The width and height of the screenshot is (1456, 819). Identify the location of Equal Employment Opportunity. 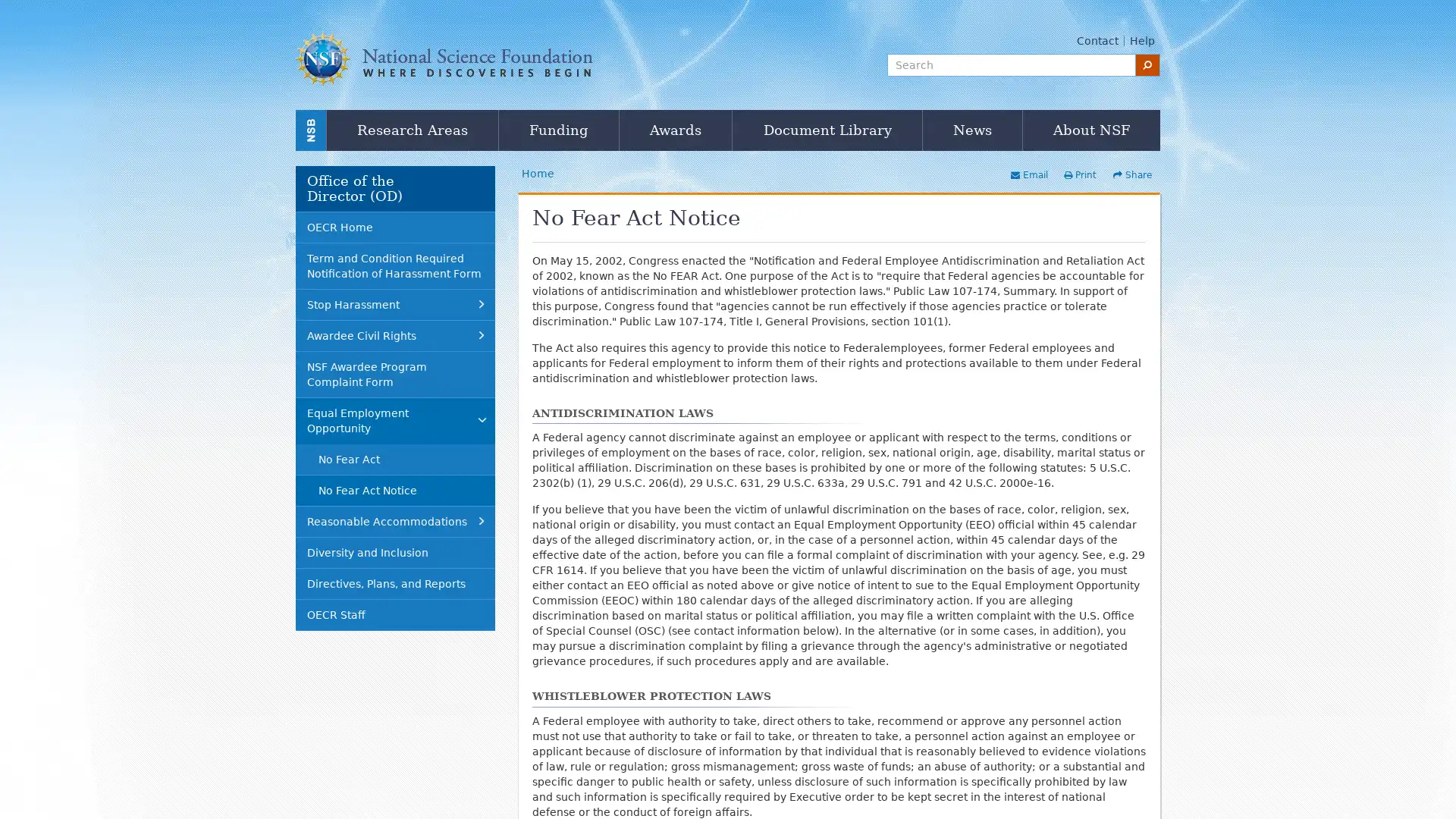
(395, 420).